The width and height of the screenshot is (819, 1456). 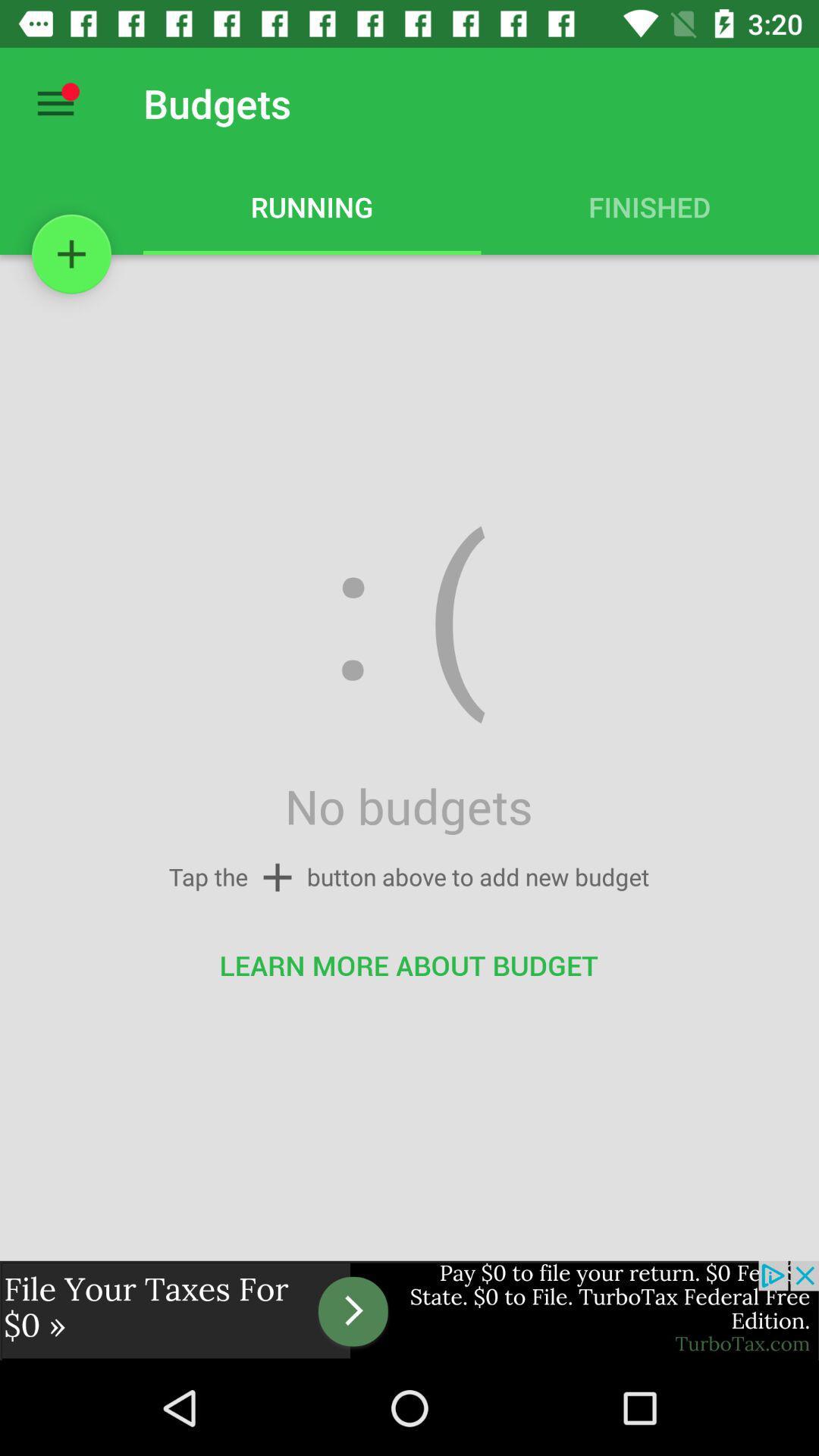 I want to click on menu, so click(x=55, y=102).